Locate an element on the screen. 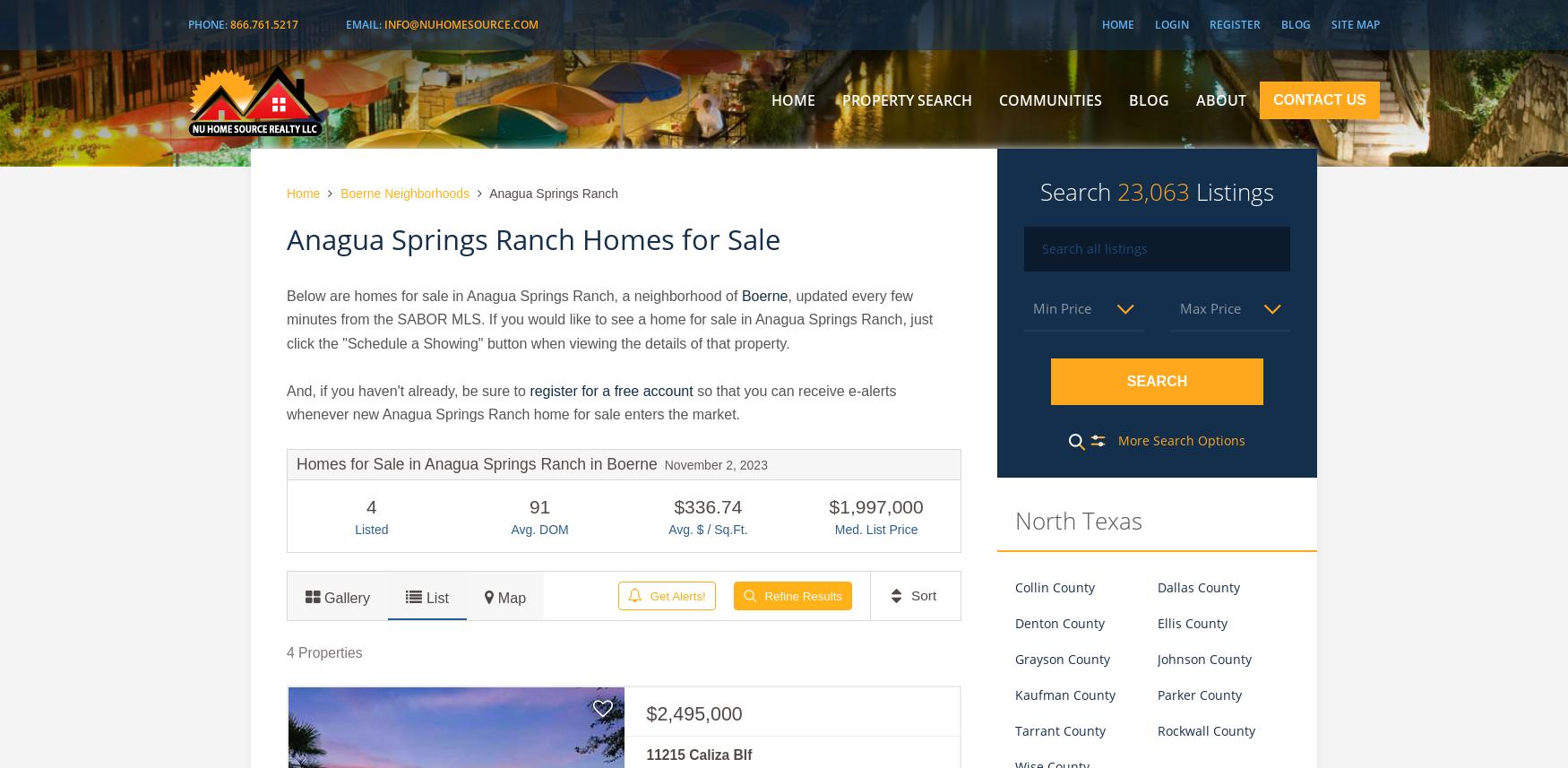 The width and height of the screenshot is (1568, 768). 'Tarrant County' is located at coordinates (1059, 730).